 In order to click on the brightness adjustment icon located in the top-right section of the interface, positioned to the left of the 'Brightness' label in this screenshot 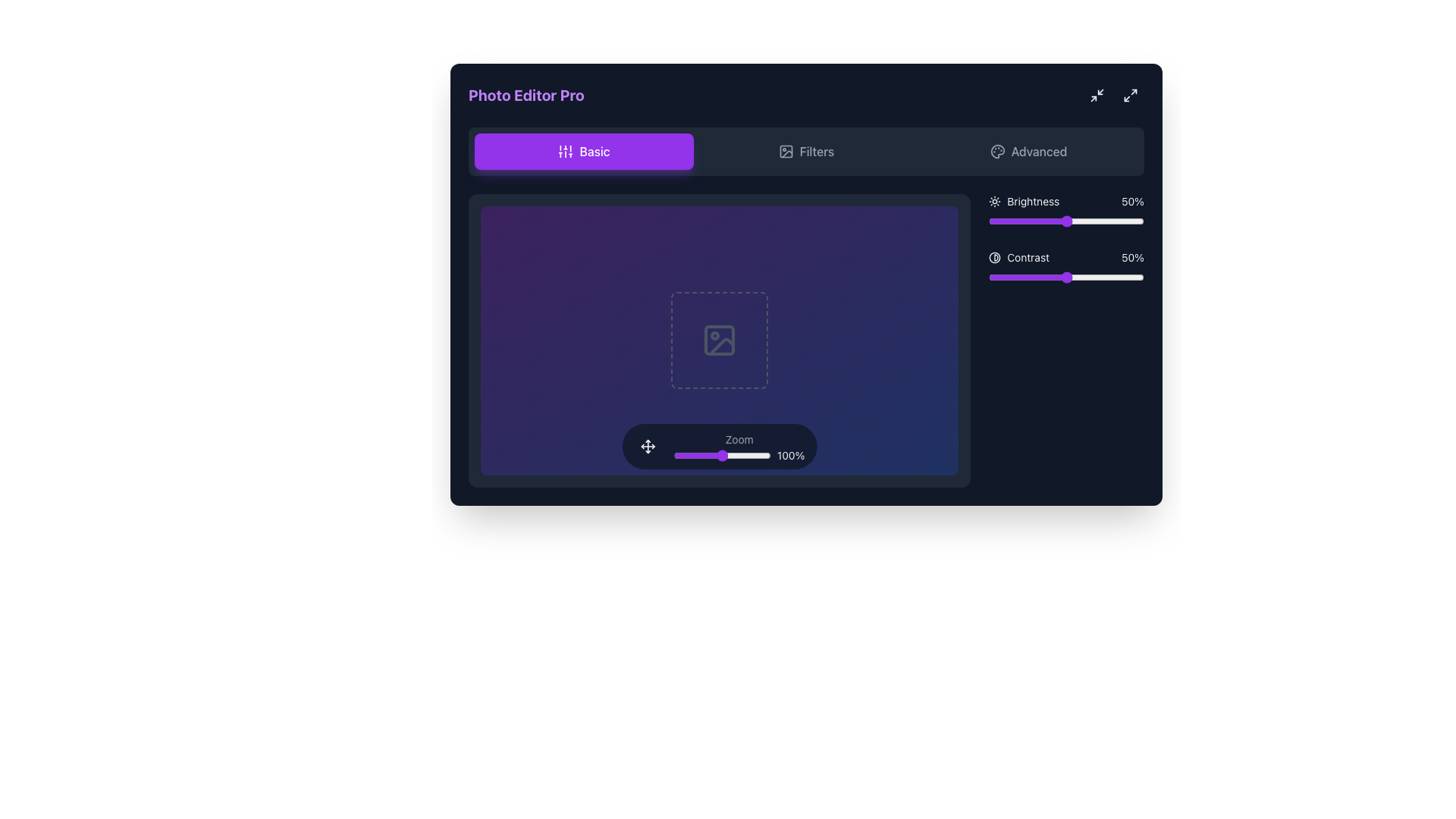, I will do `click(995, 201)`.